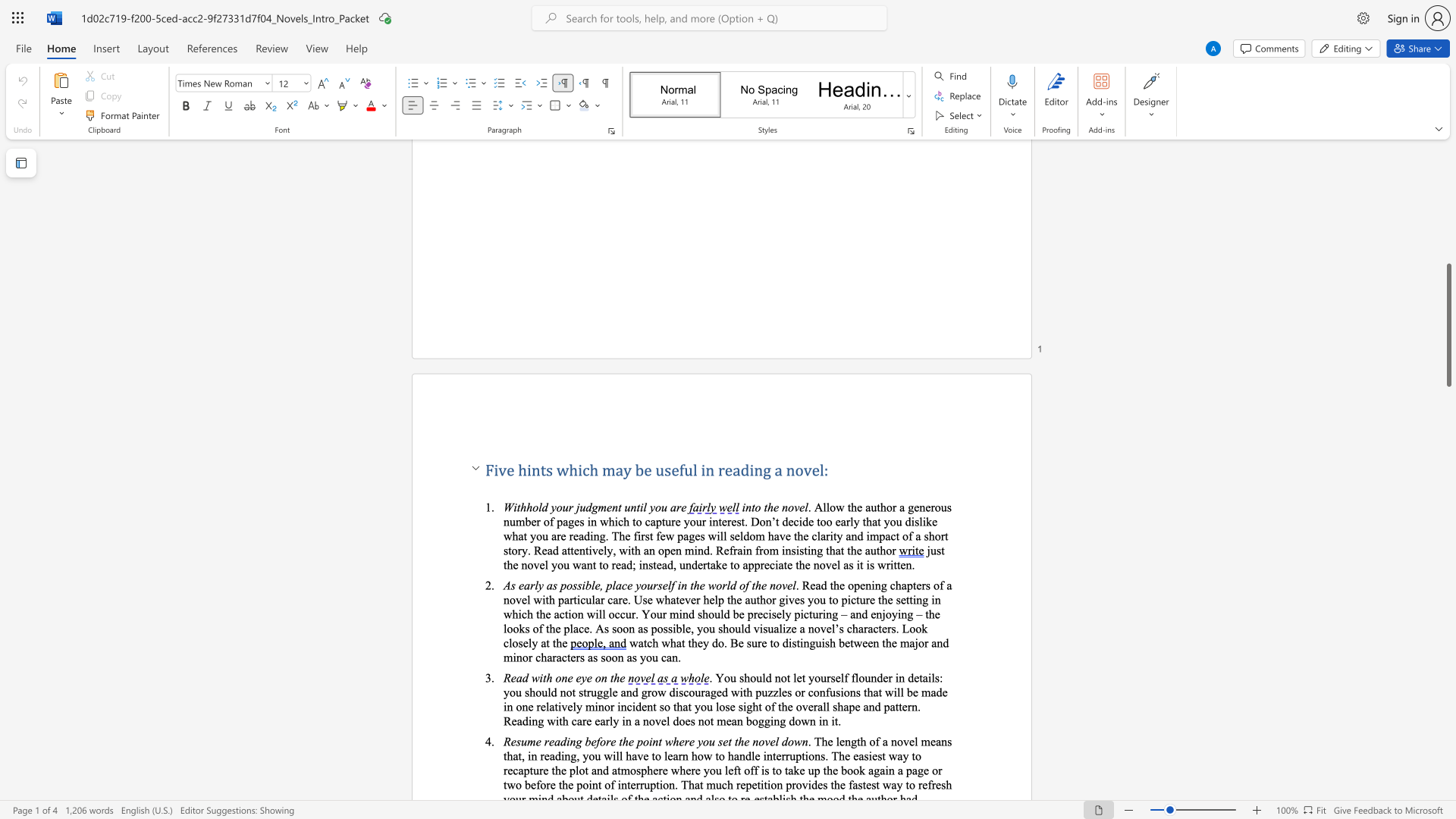  I want to click on the 1th character "o" in the text, so click(535, 507).